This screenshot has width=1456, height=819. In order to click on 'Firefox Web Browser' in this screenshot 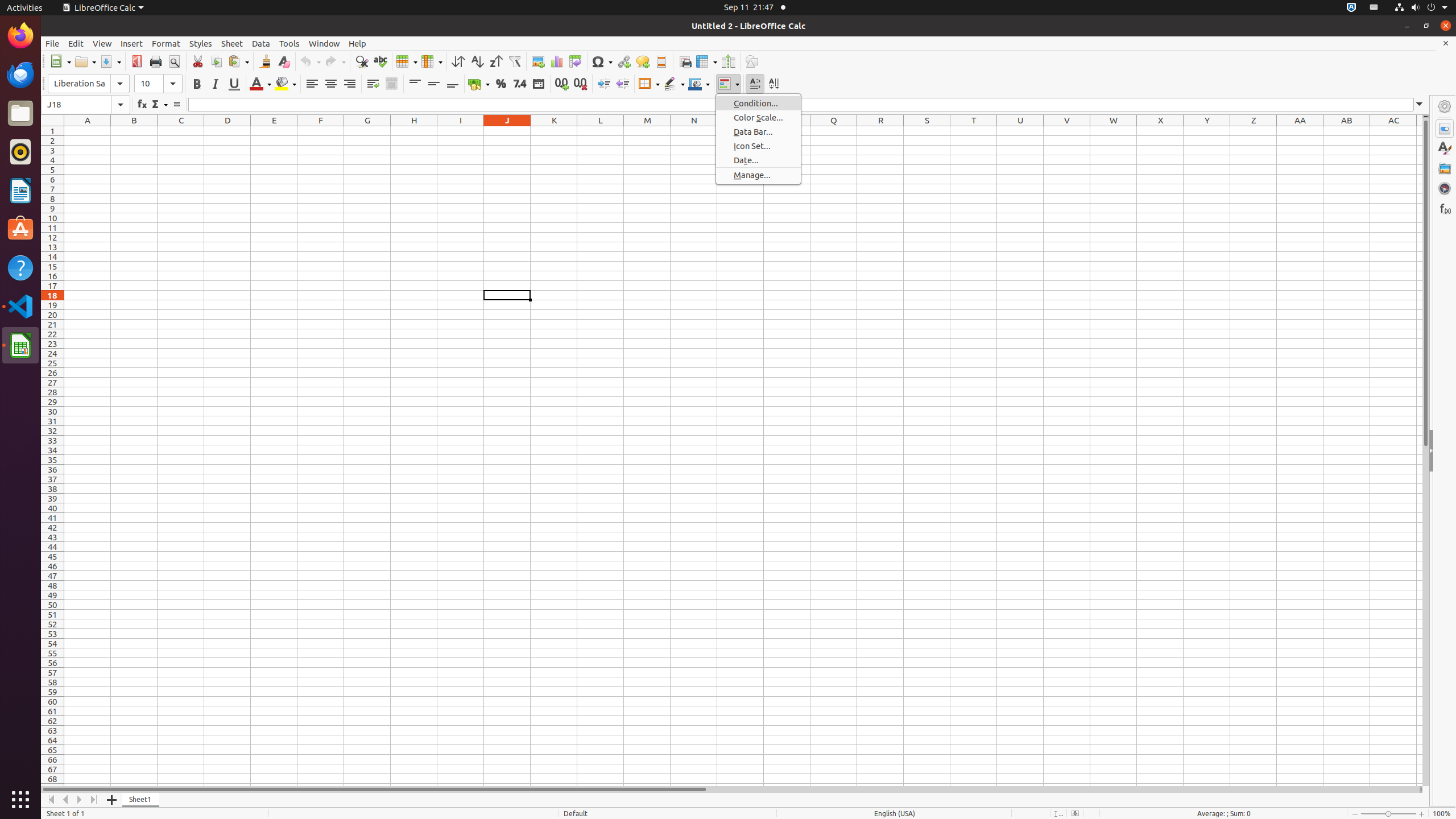, I will do `click(20, 35)`.